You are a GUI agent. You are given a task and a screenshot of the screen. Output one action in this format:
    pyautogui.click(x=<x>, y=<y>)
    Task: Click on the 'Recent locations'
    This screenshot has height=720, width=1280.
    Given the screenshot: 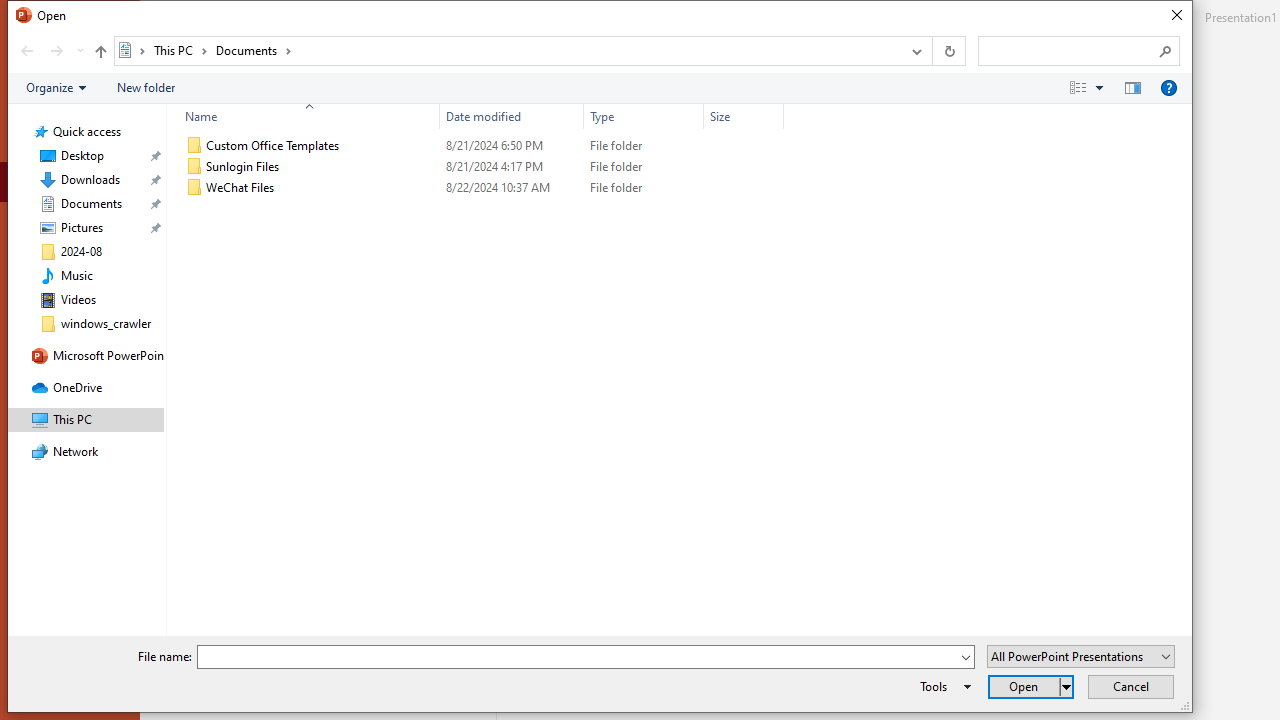 What is the action you would take?
    pyautogui.click(x=79, y=50)
    